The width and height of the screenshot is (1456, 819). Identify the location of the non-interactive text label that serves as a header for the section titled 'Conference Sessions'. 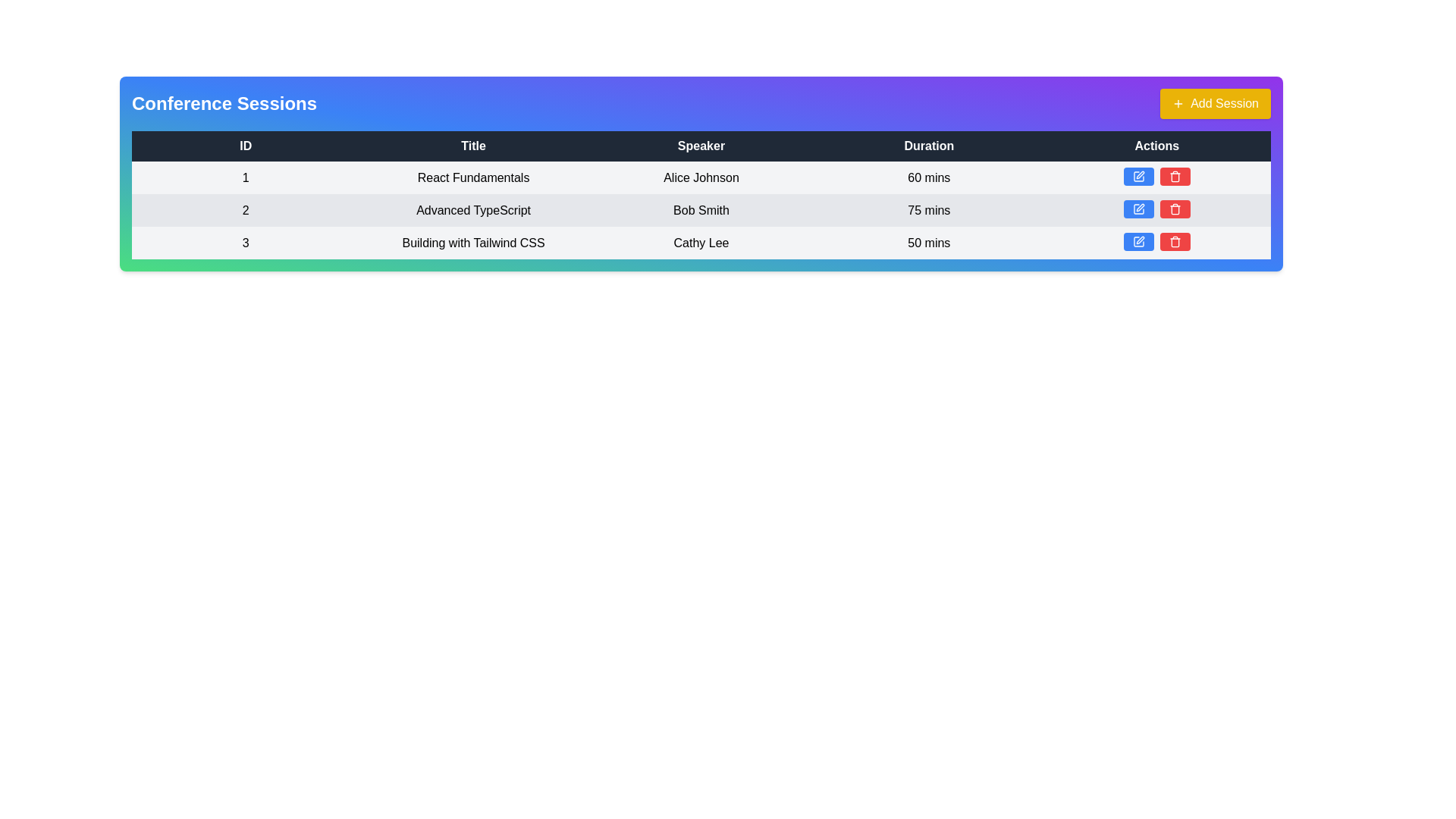
(224, 103).